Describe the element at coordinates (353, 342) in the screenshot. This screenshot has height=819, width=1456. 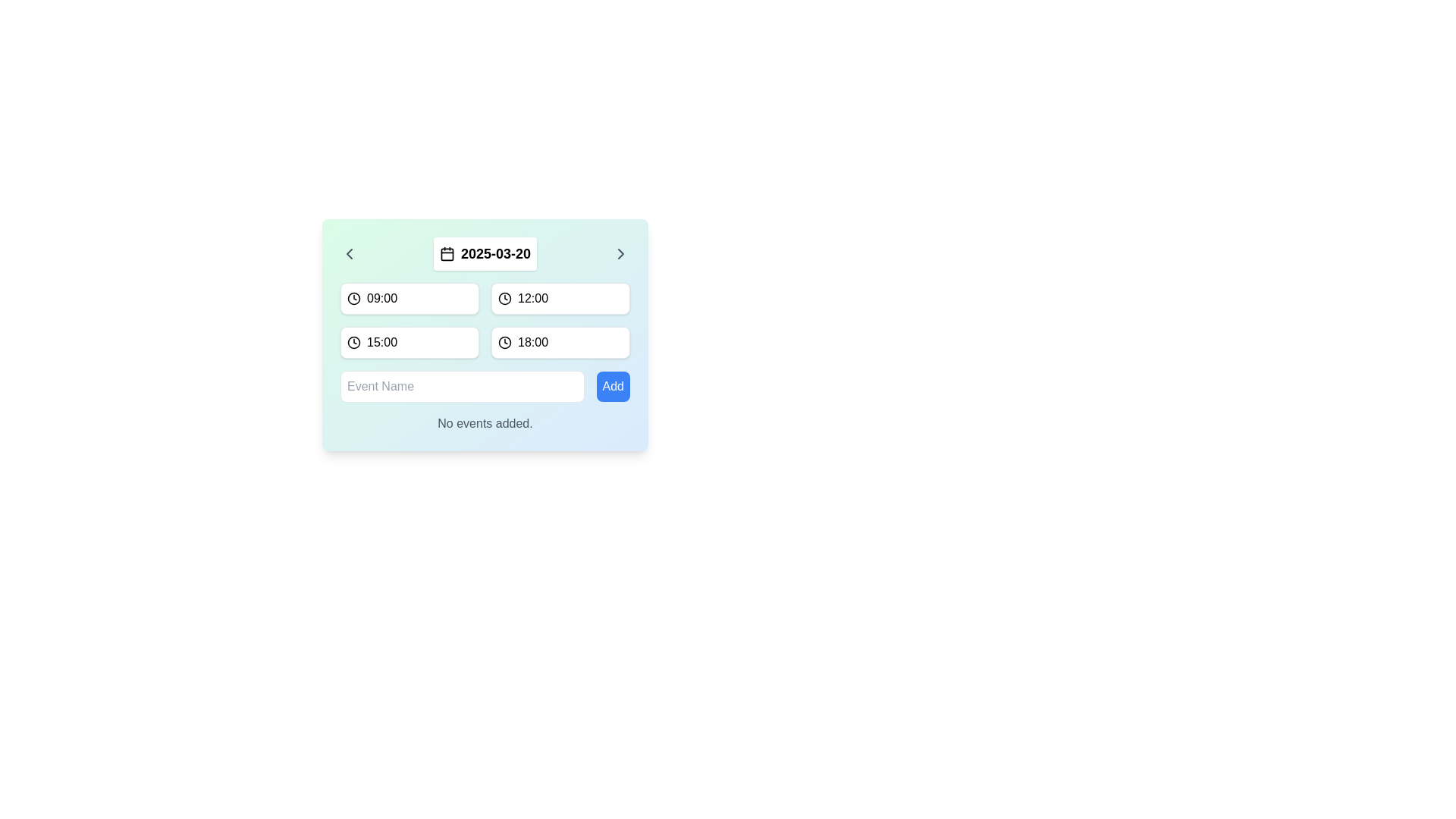
I see `the clock icon in the time entry grid` at that location.